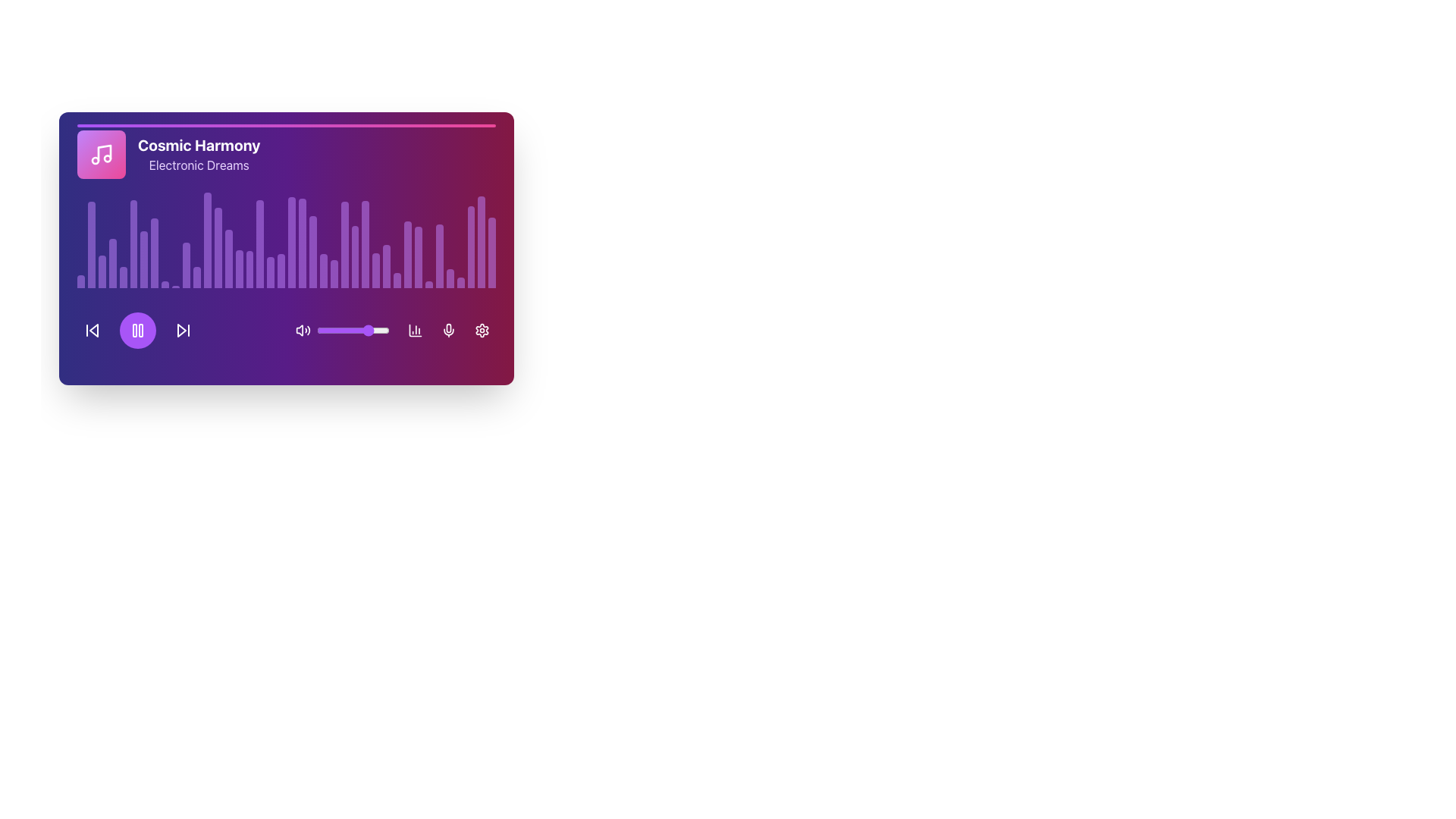 The width and height of the screenshot is (1456, 819). I want to click on the visual sound activity visualizer located centrally below the track title 'Cosmic Harmony' and 'Electronic Dreams' in the music player interface, so click(287, 239).